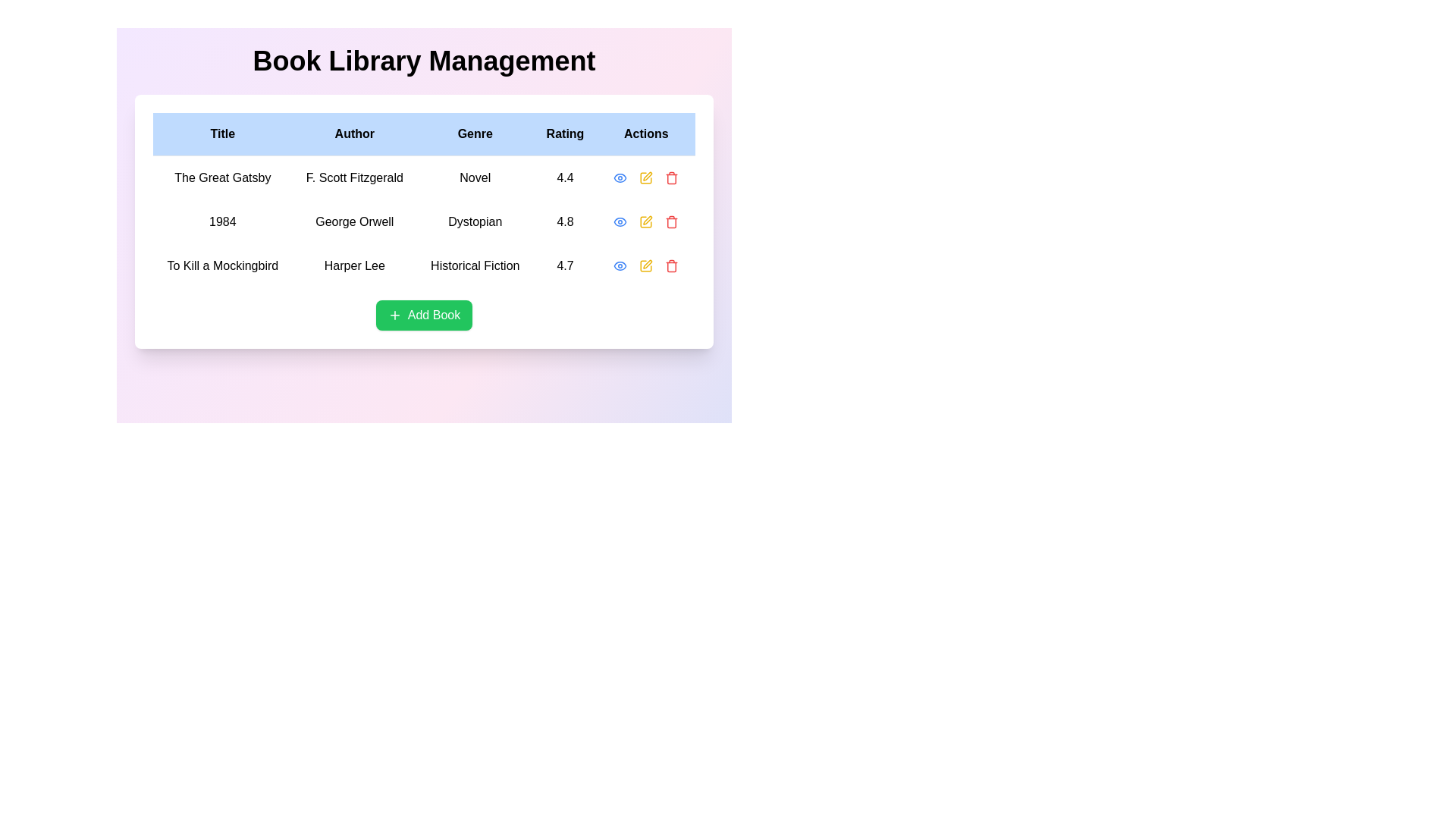 Image resolution: width=1456 pixels, height=819 pixels. What do you see at coordinates (564, 133) in the screenshot?
I see `the 'Rating' label which has a light blue background and bold black text, positioned as the fourth header in the table, between 'Genre' and 'Actions'` at bounding box center [564, 133].